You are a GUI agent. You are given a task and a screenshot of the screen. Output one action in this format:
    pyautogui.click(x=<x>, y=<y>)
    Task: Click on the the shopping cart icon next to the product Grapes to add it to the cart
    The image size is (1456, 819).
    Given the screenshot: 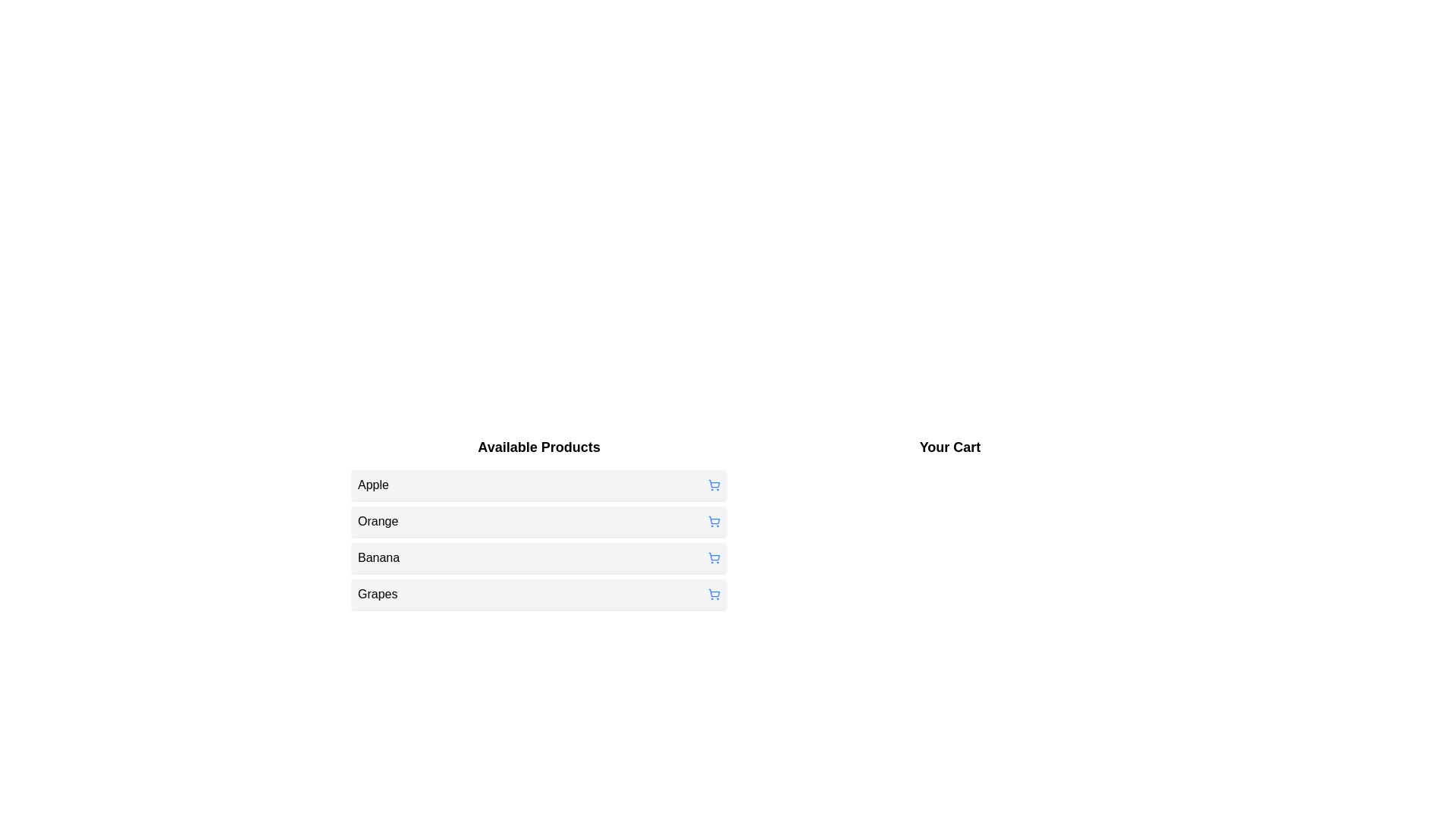 What is the action you would take?
    pyautogui.click(x=713, y=593)
    